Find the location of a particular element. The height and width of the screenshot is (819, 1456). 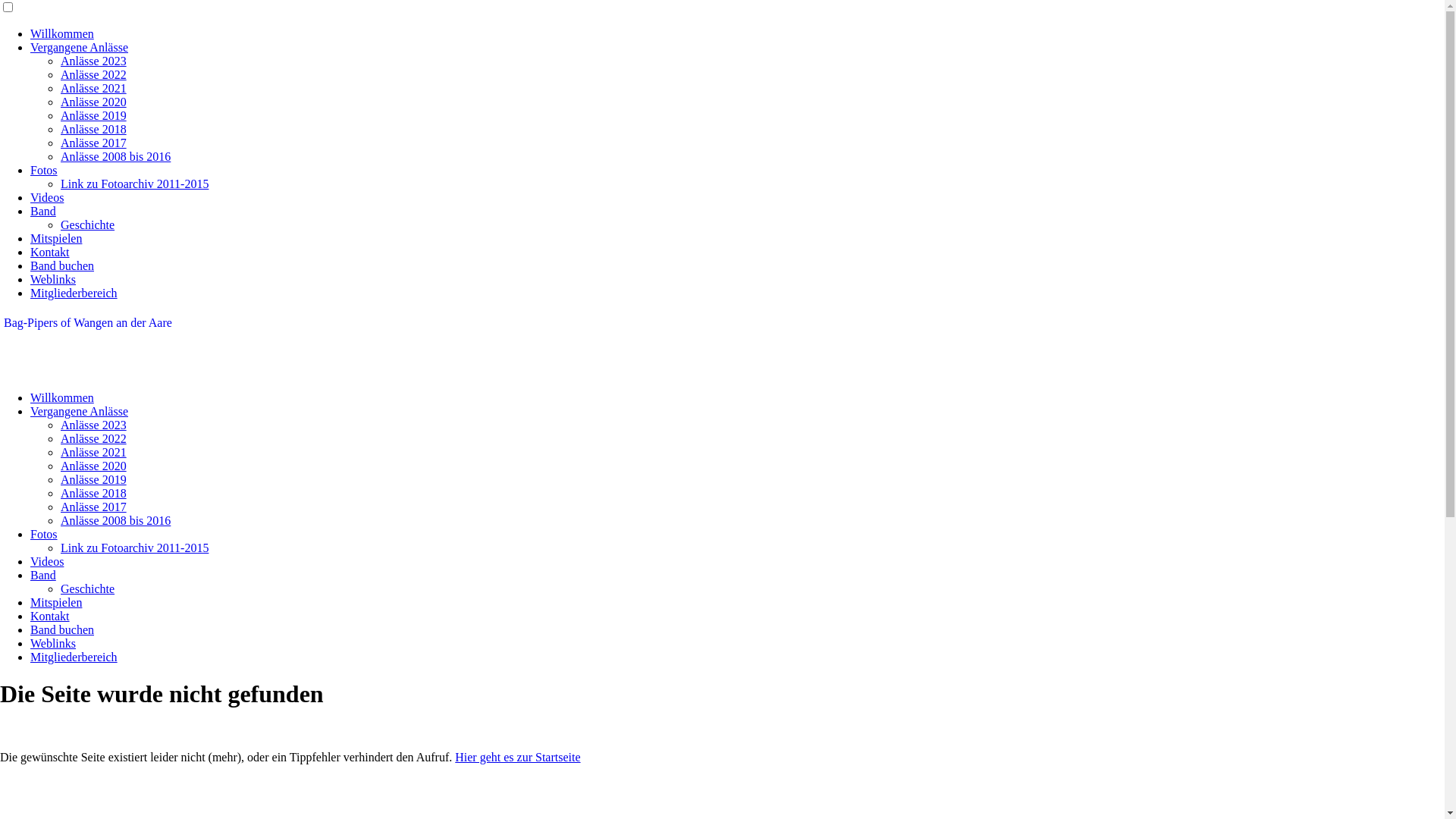

'Fotos' is located at coordinates (43, 533).